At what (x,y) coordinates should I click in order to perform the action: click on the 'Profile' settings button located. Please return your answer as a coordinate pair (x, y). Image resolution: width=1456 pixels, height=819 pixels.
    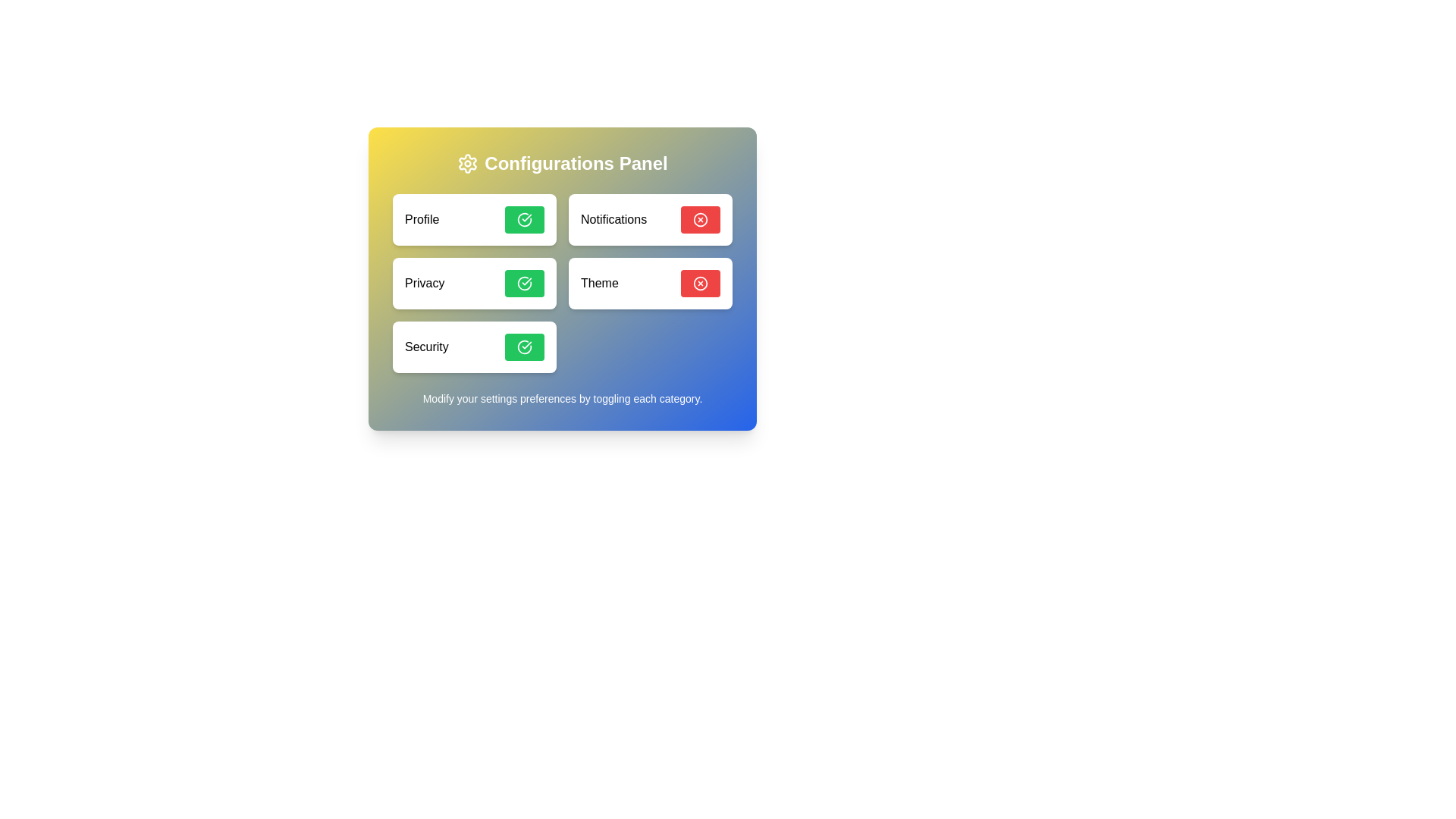
    Looking at the image, I should click on (524, 219).